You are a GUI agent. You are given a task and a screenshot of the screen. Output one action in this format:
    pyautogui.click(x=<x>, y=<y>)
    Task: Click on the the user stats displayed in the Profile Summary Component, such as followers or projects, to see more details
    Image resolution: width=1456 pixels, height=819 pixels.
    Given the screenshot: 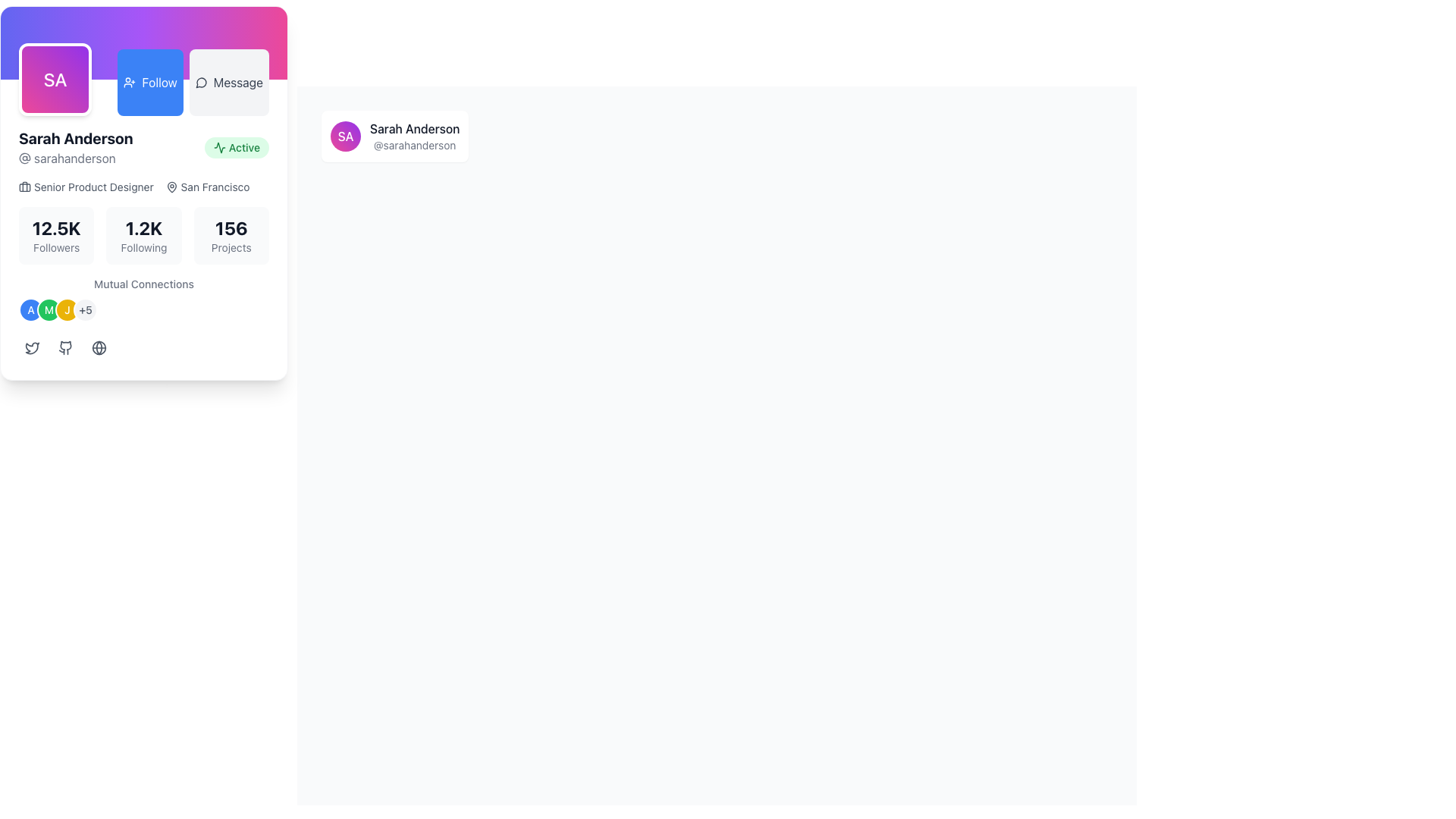 What is the action you would take?
    pyautogui.click(x=144, y=244)
    